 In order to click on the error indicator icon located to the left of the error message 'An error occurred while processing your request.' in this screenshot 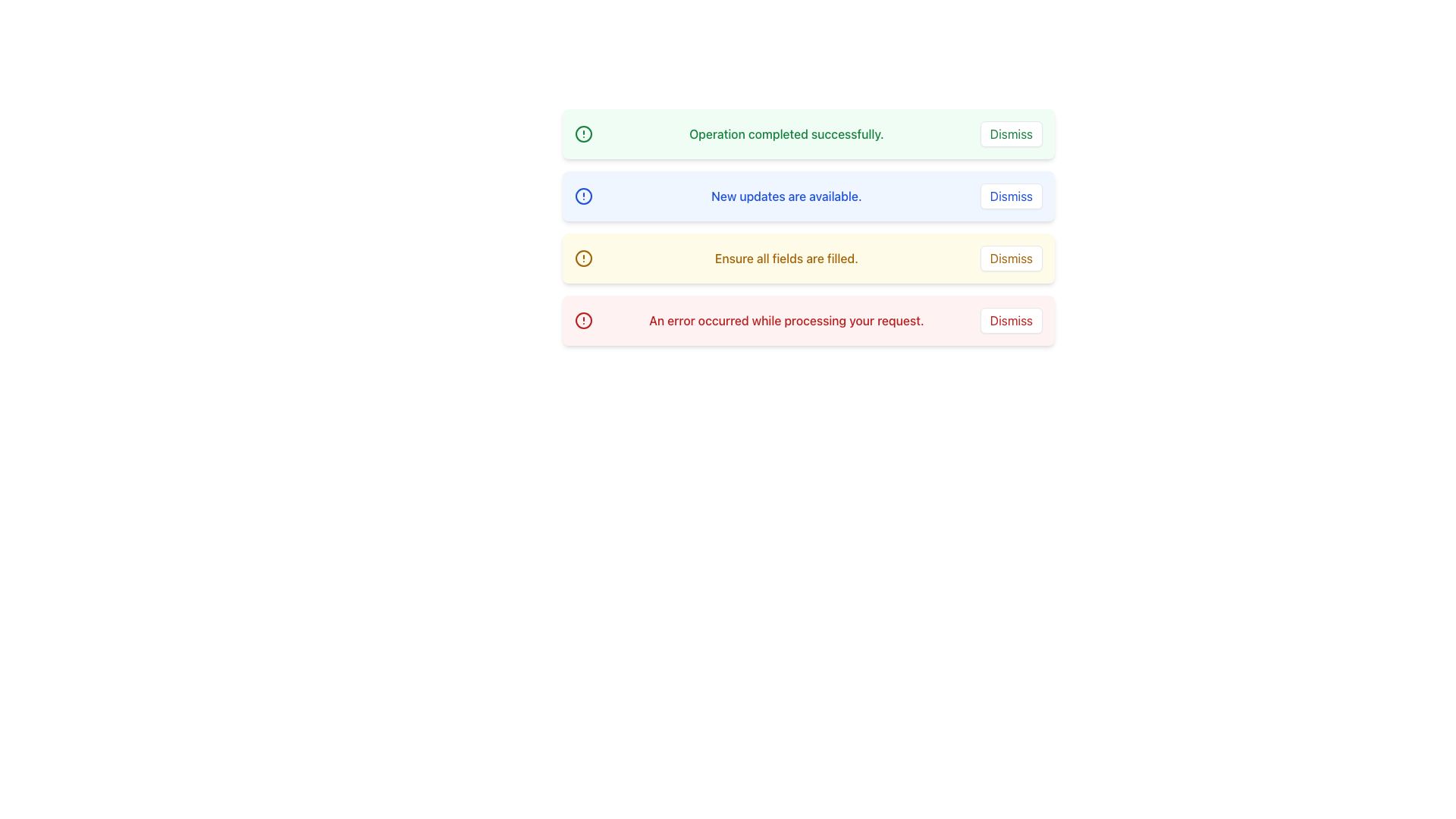, I will do `click(582, 320)`.